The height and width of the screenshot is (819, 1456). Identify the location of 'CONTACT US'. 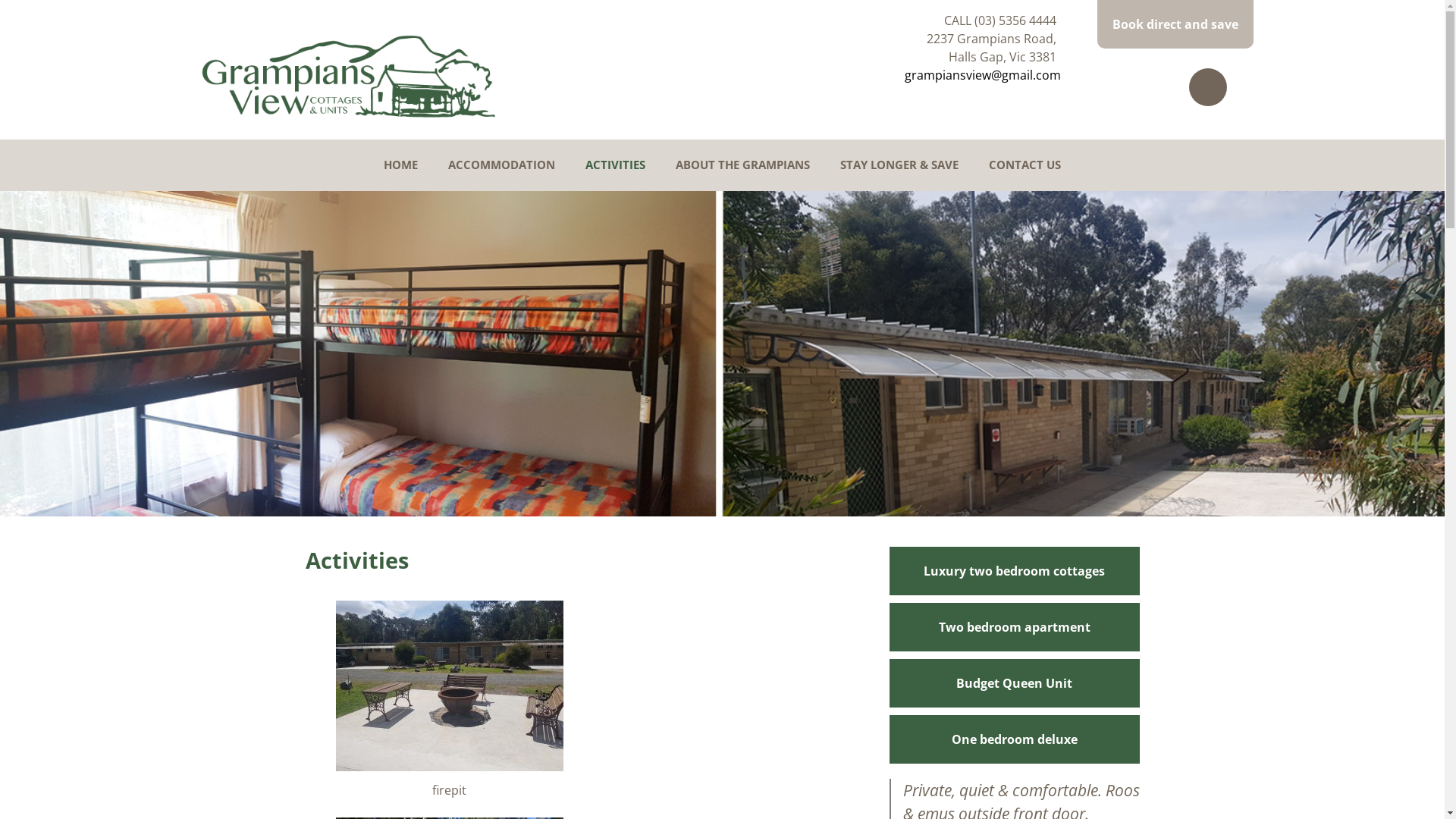
(989, 165).